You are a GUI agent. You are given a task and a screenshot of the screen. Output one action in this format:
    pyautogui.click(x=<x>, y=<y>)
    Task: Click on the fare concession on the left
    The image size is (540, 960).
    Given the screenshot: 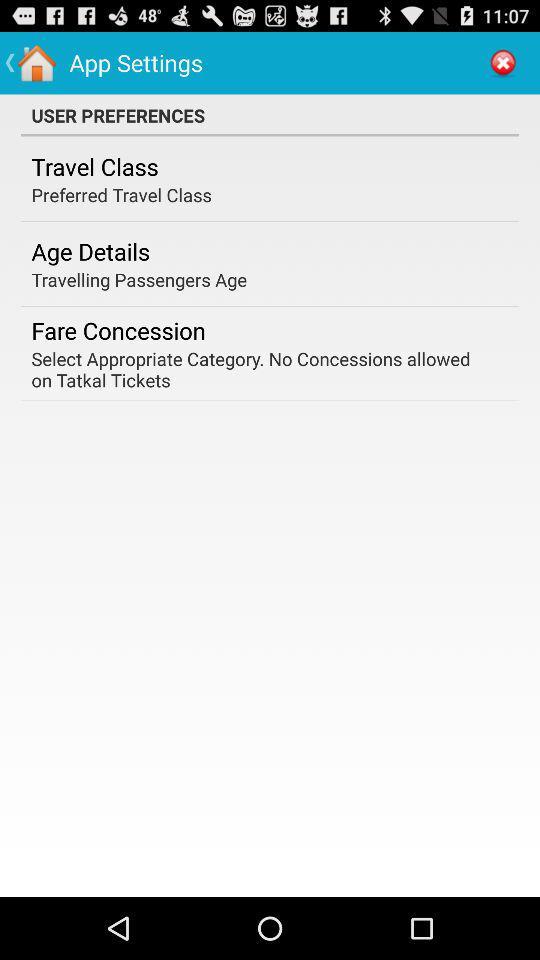 What is the action you would take?
    pyautogui.click(x=118, y=330)
    